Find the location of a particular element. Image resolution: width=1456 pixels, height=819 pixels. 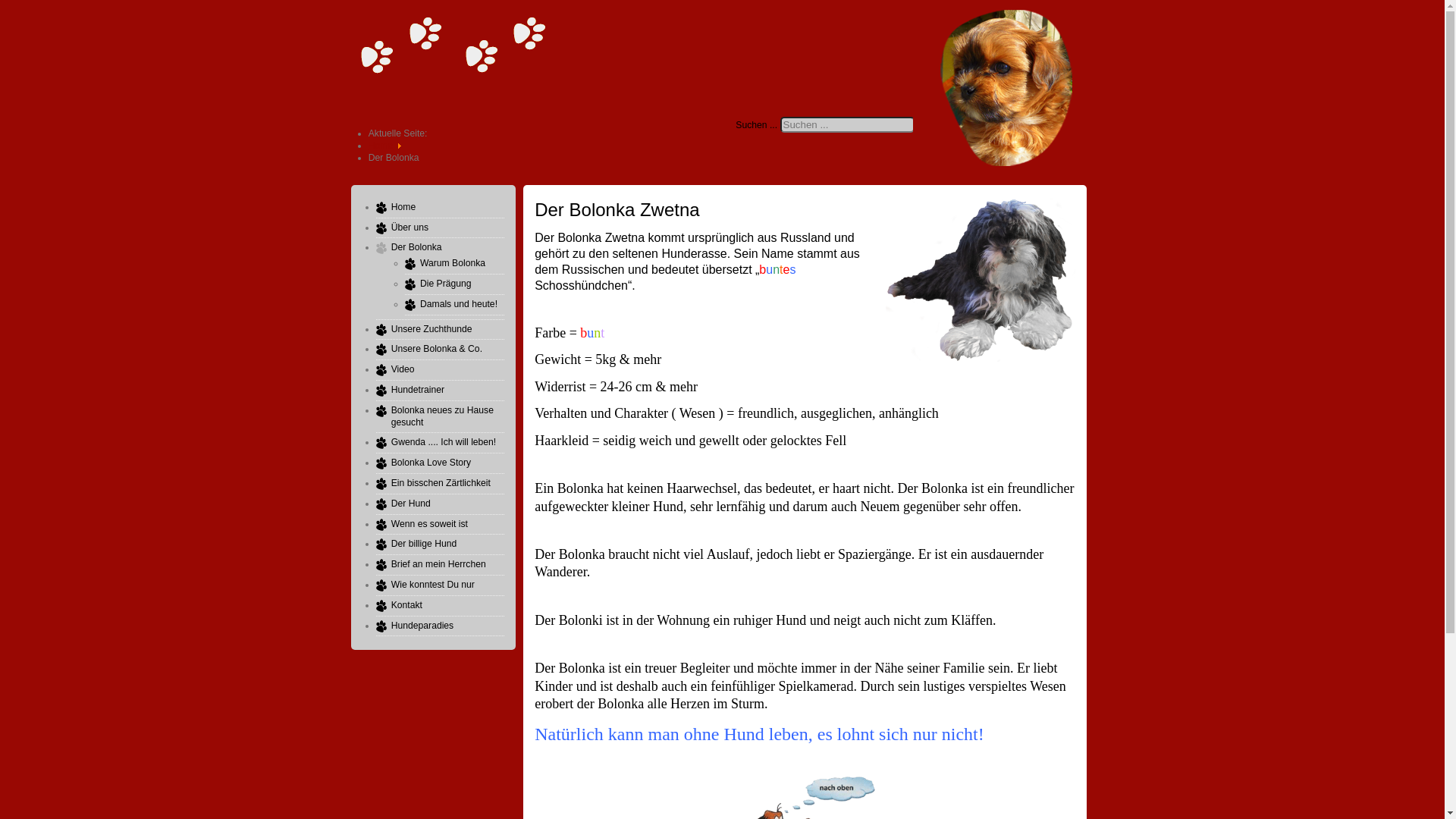

'Bolonka neues zu Hause gesucht' is located at coordinates (441, 416).